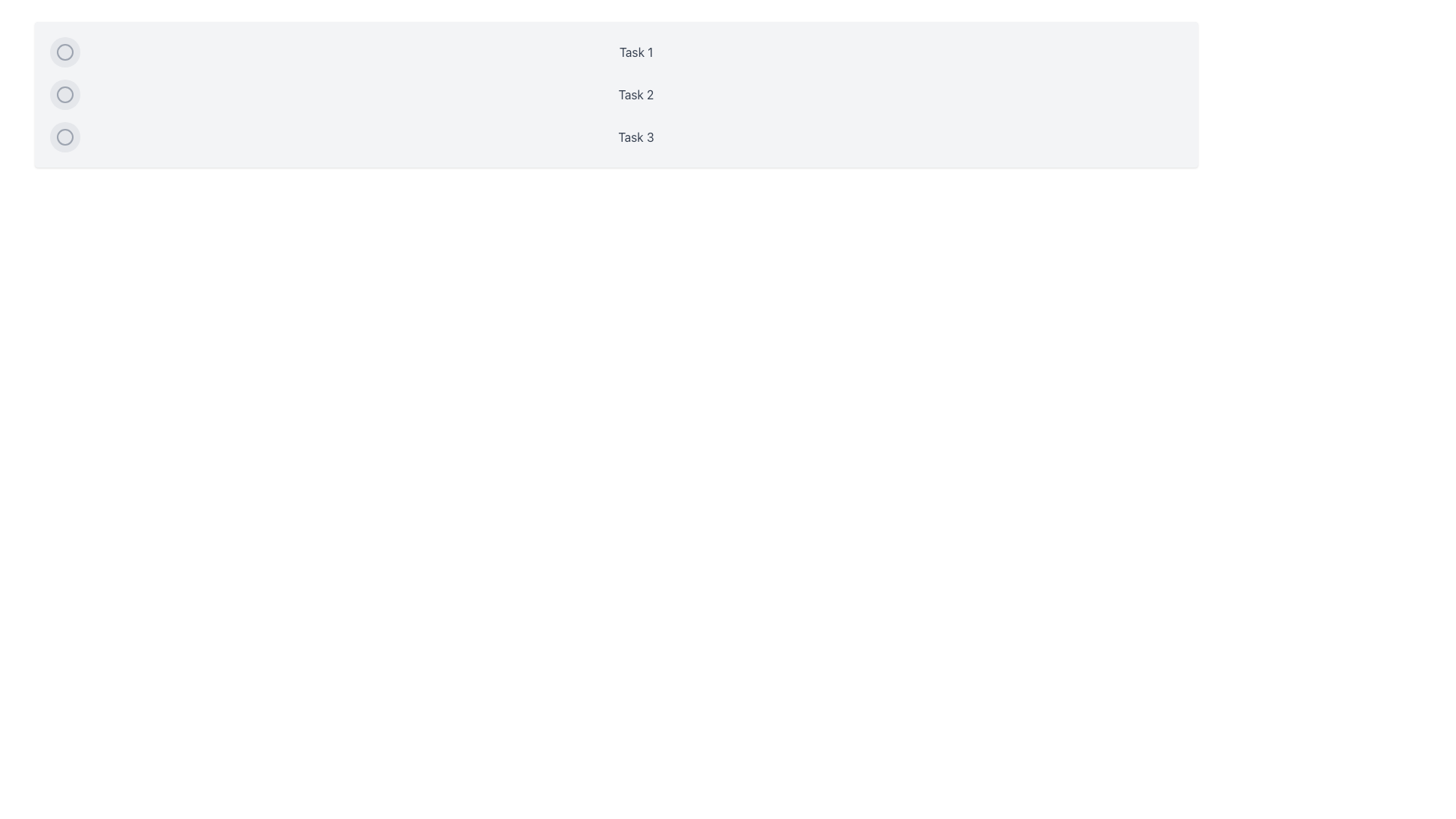  I want to click on the visual indicator button associated with 'Task 3' to trigger a visual effect, so click(64, 137).